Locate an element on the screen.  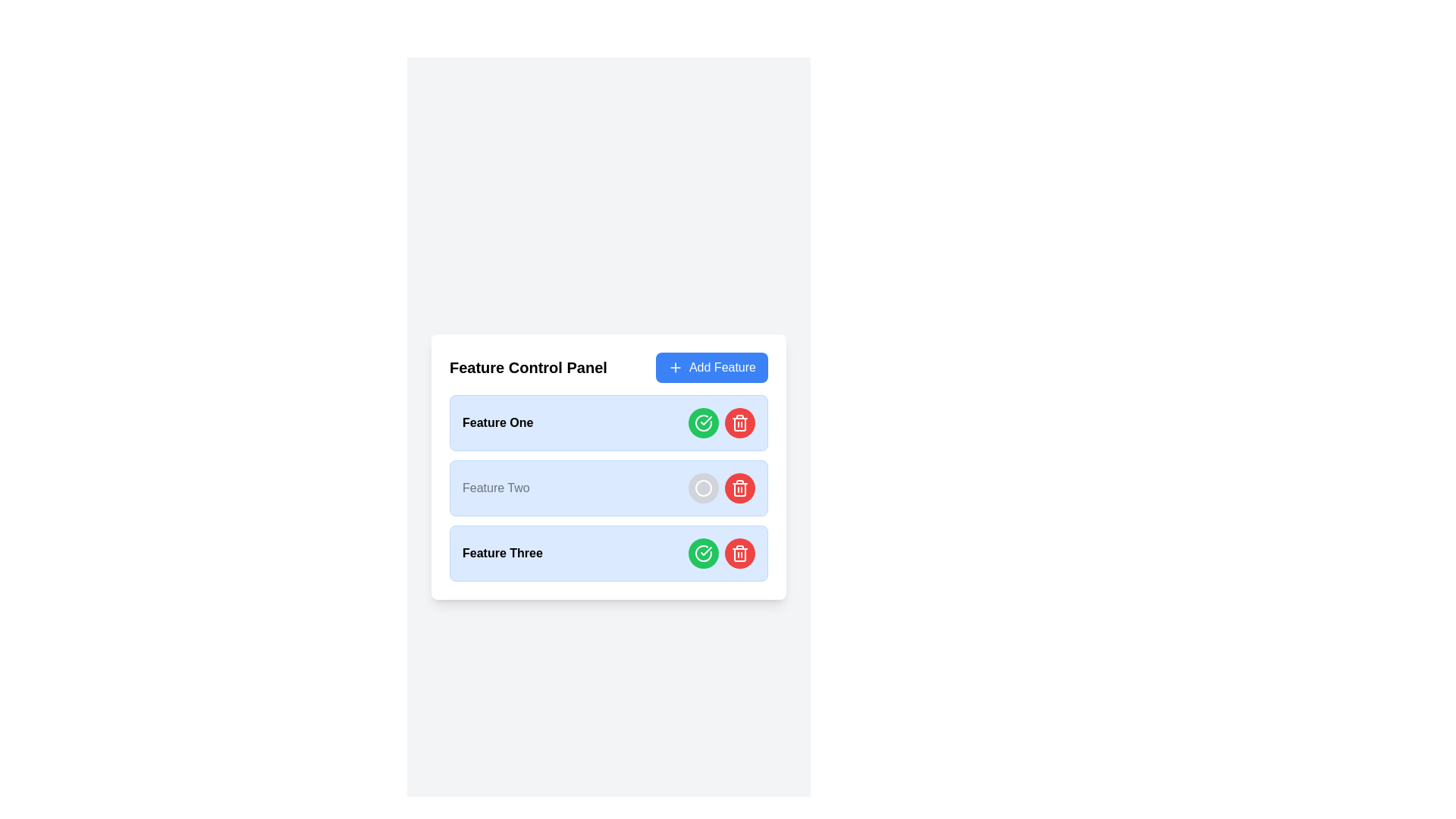
the green confirmation button with the check icon located in the rightmost segment of the 'Feature One' row to confirm or activate the feature is located at coordinates (720, 423).